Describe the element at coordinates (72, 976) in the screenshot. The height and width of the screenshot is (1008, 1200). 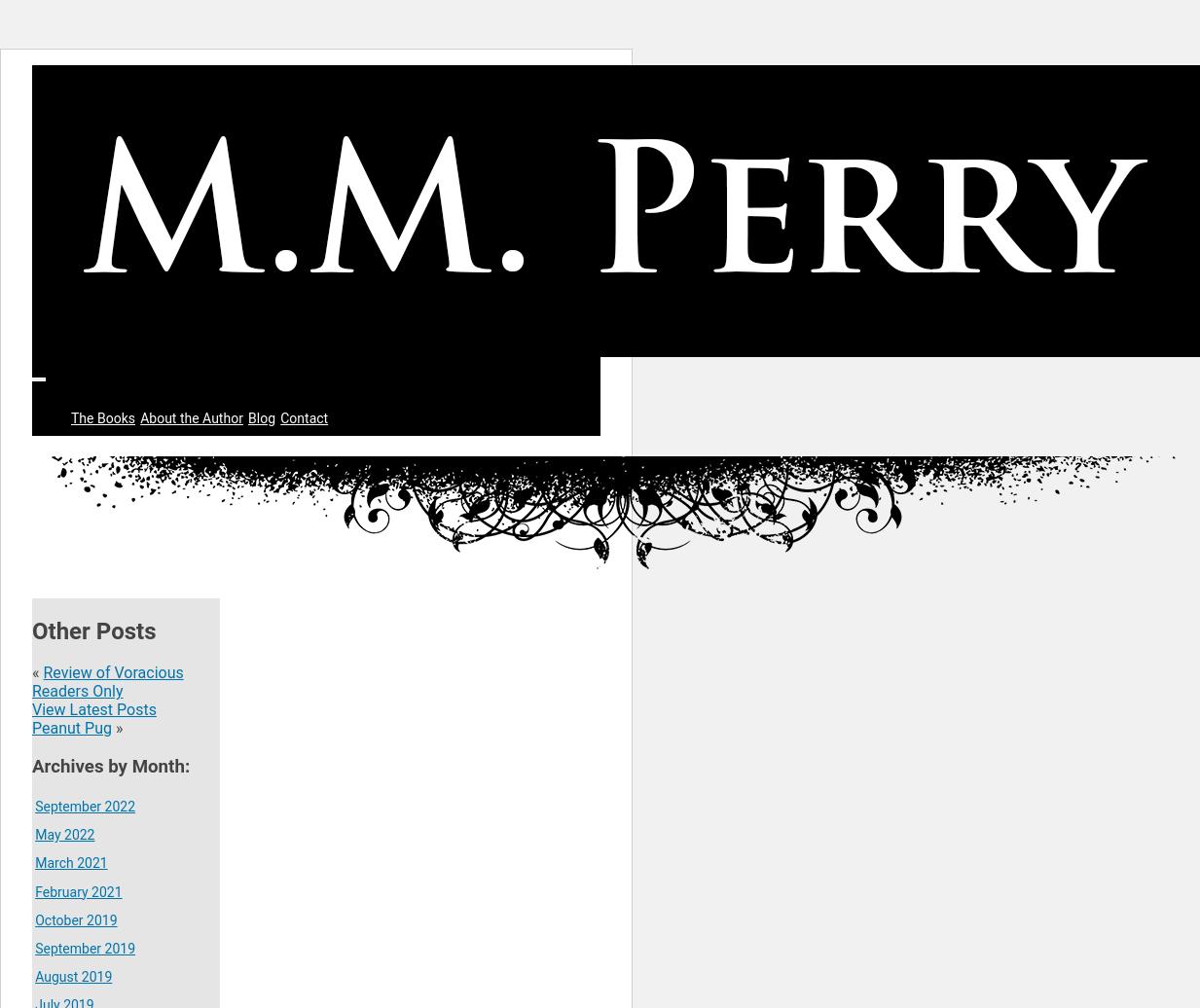
I see `'August 2019'` at that location.